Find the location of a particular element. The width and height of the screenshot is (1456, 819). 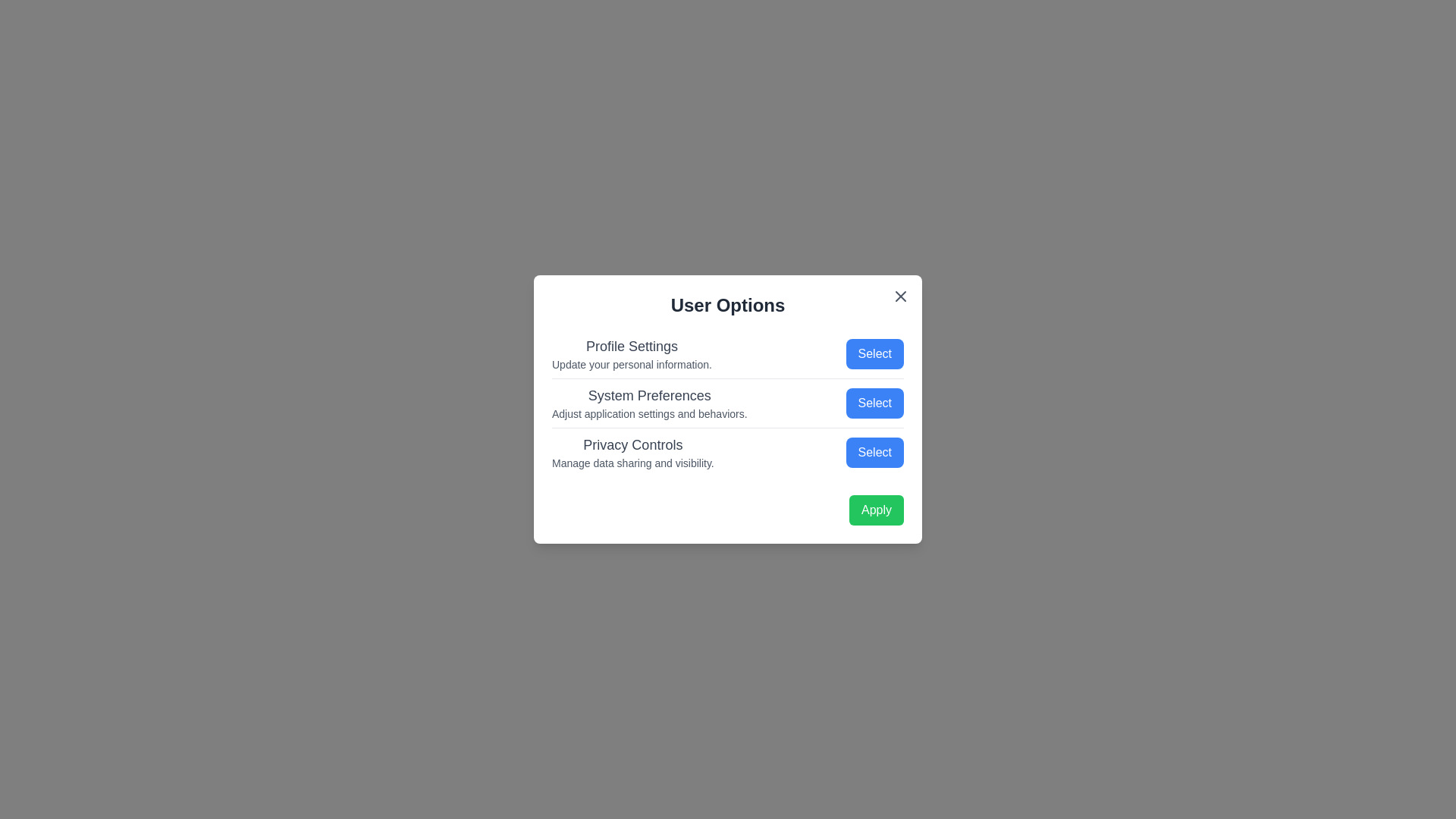

'Select' button corresponding to the Profile Settings option is located at coordinates (874, 353).